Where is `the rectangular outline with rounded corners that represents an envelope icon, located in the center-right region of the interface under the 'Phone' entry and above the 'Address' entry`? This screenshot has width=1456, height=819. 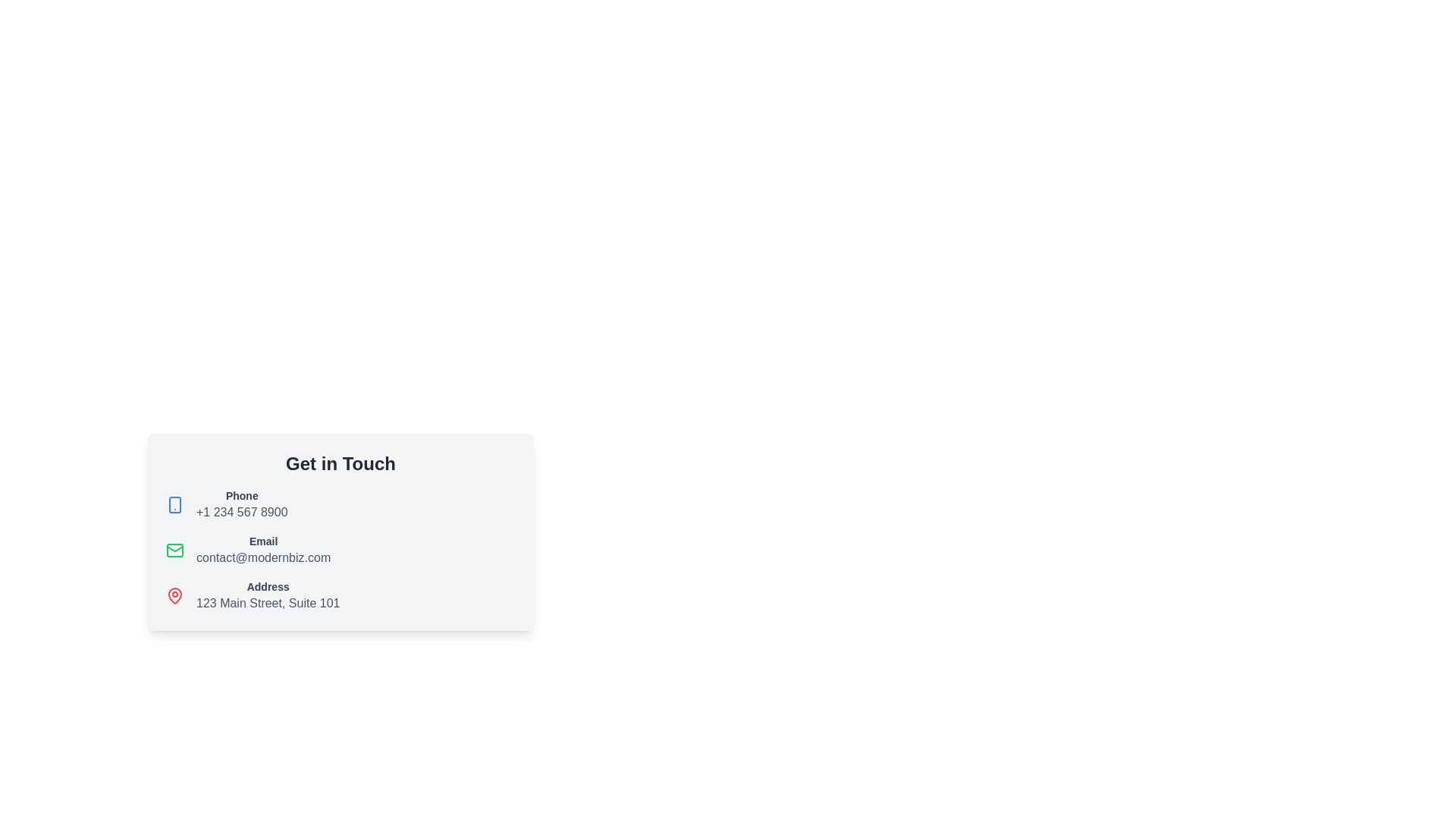
the rectangular outline with rounded corners that represents an envelope icon, located in the center-right region of the interface under the 'Phone' entry and above the 'Address' entry is located at coordinates (174, 550).